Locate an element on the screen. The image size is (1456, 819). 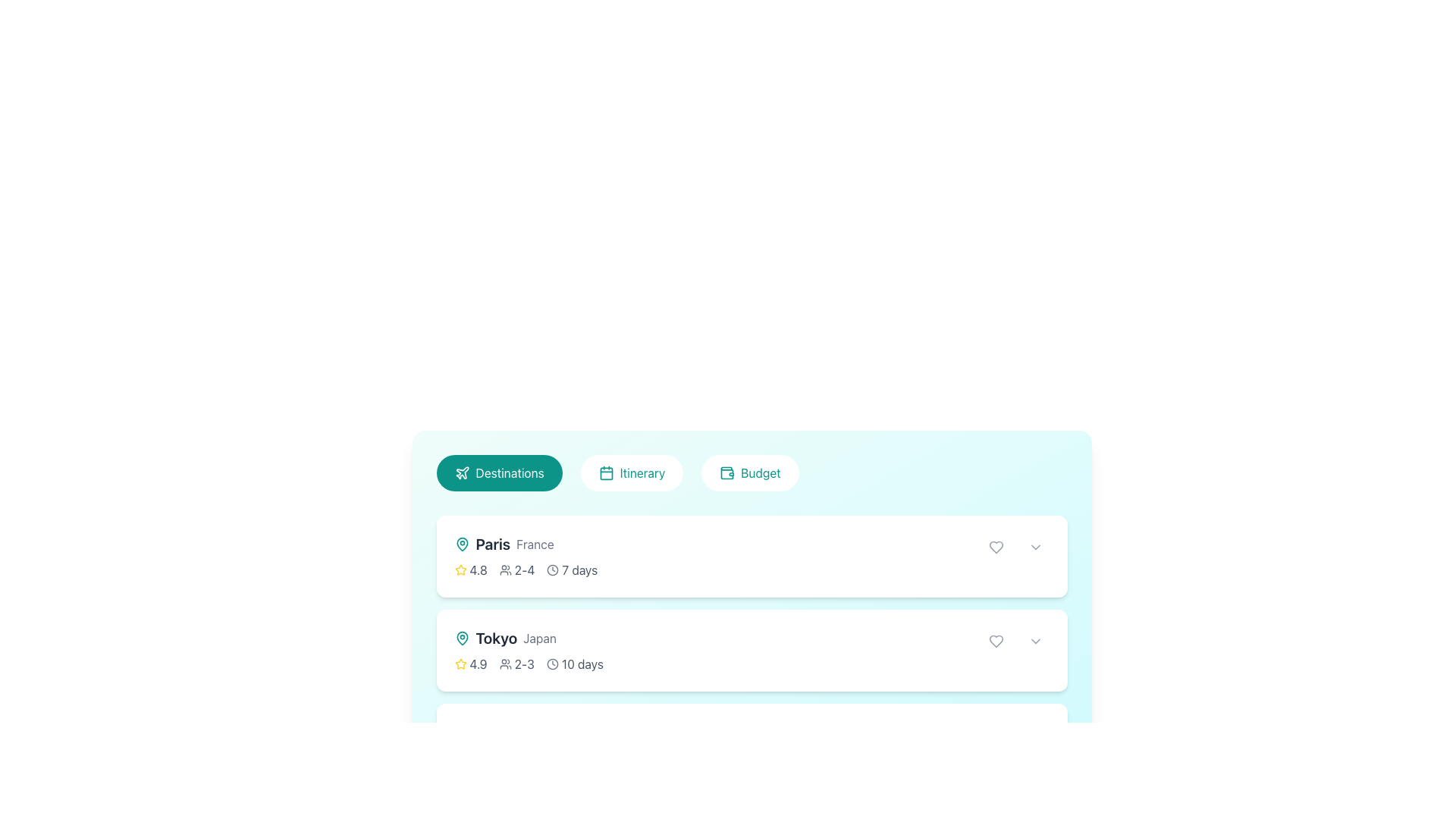
the heart icon button in the top-right corner of the destination card is located at coordinates (996, 547).